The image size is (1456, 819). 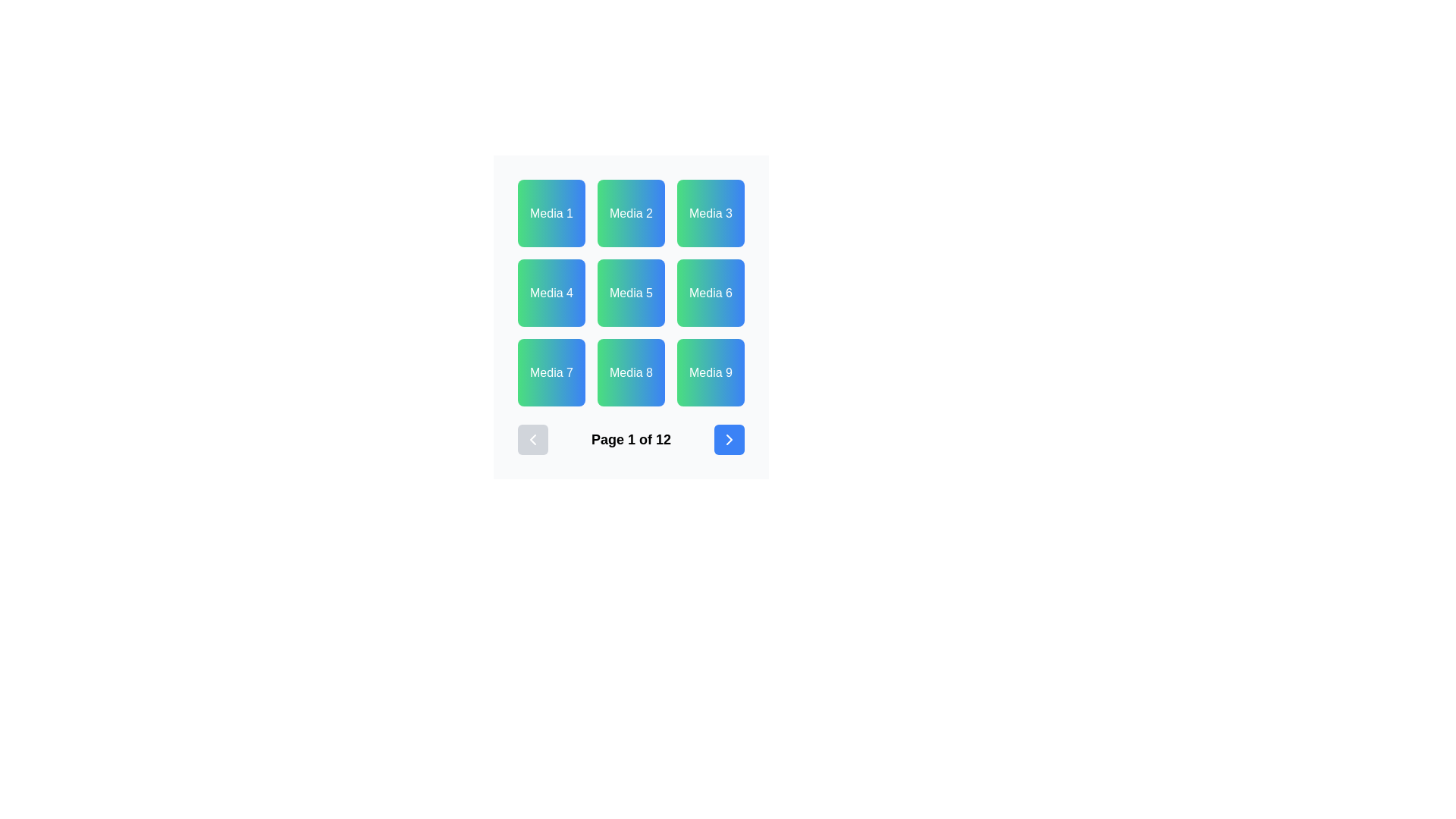 I want to click on the non-interactive tile labeled 'Media 8', so click(x=631, y=372).